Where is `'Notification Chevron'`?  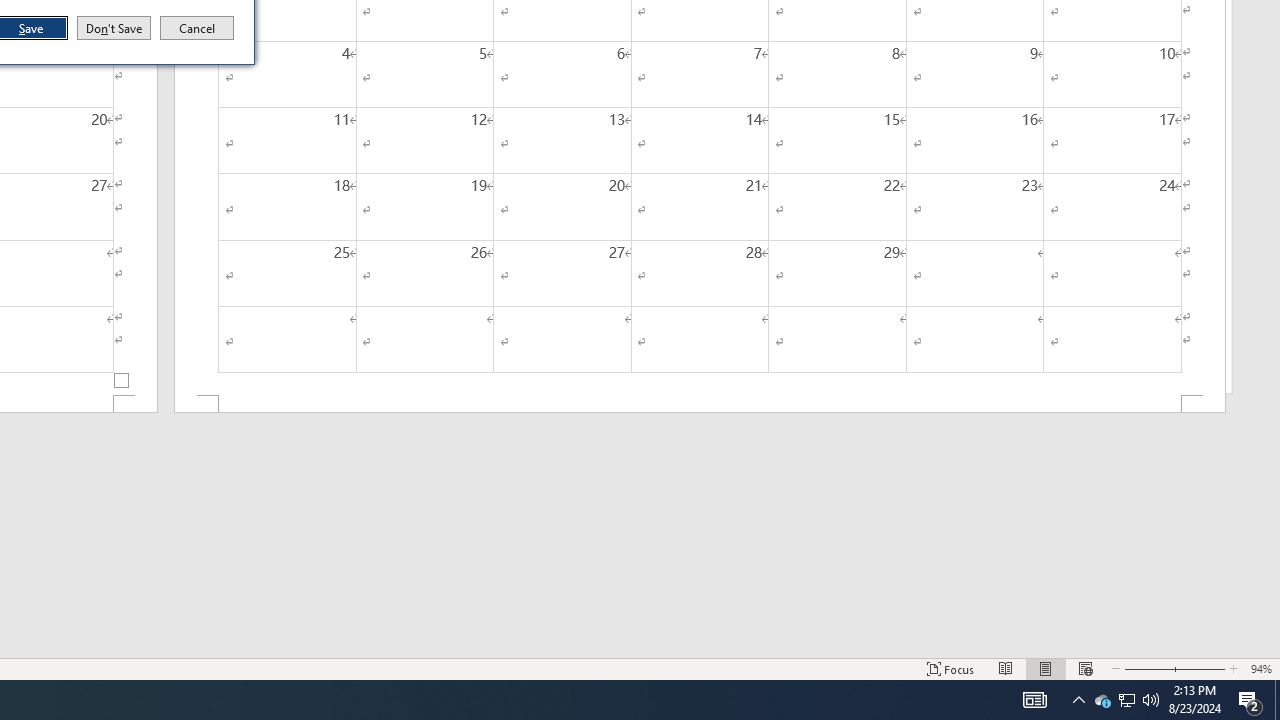
'Notification Chevron' is located at coordinates (1078, 698).